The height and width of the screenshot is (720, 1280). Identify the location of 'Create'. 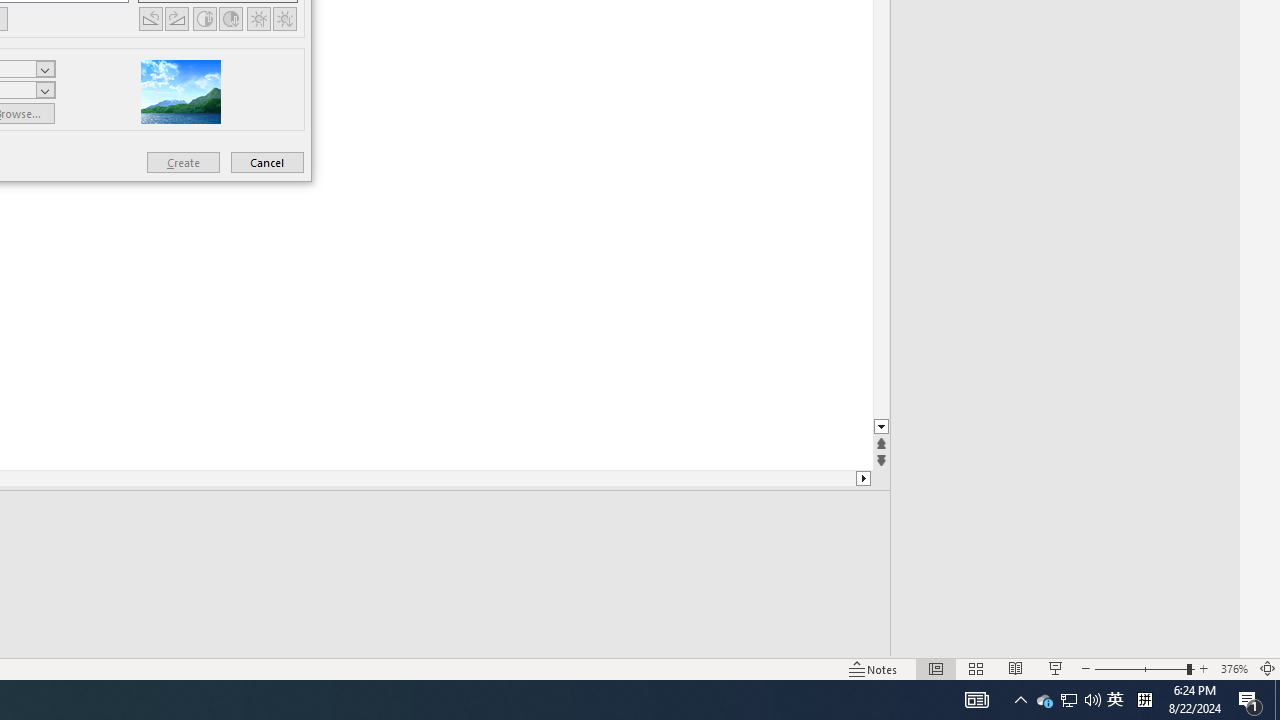
(183, 161).